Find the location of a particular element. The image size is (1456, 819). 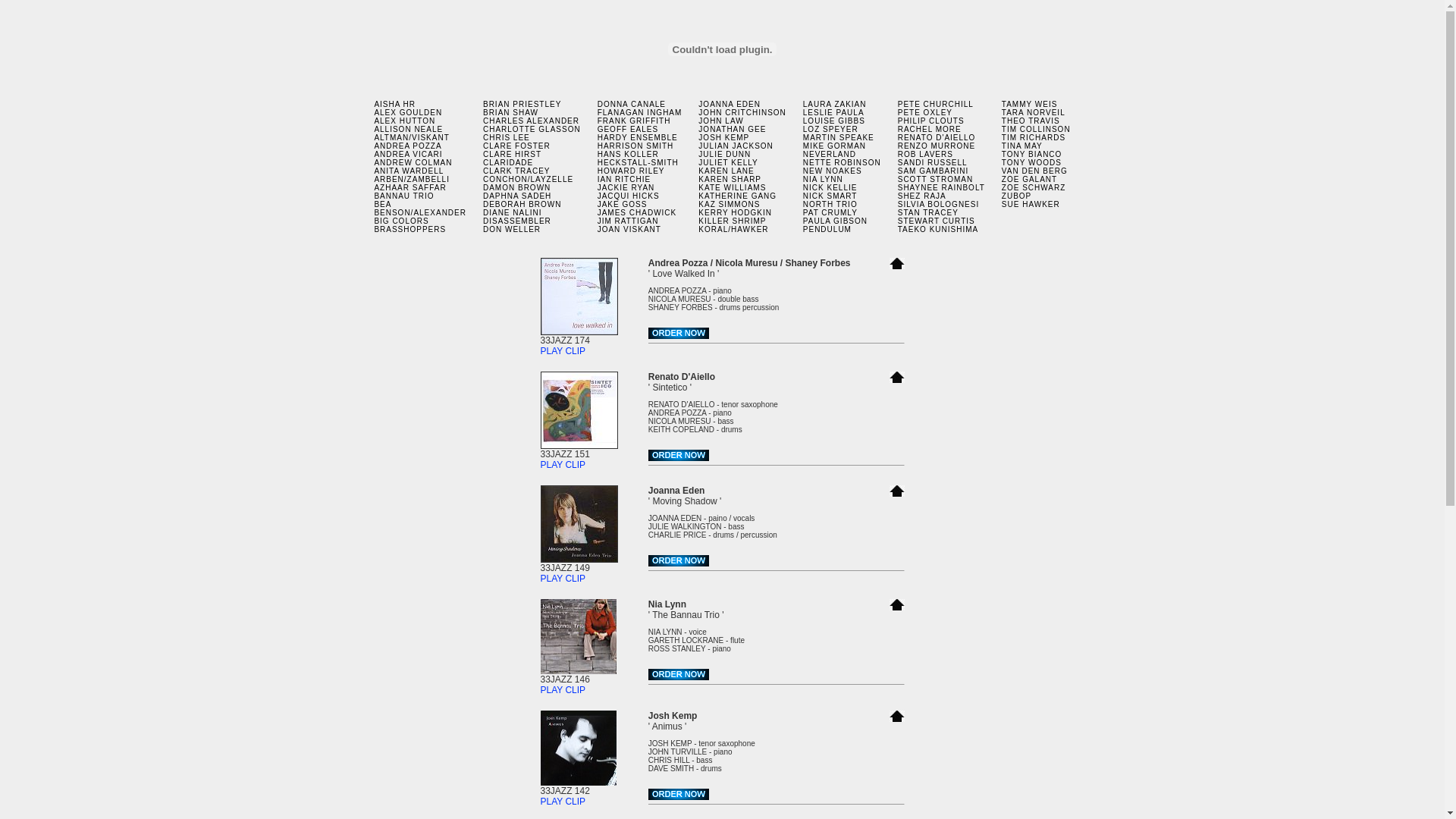

'LOZ SPEYER' is located at coordinates (830, 128).